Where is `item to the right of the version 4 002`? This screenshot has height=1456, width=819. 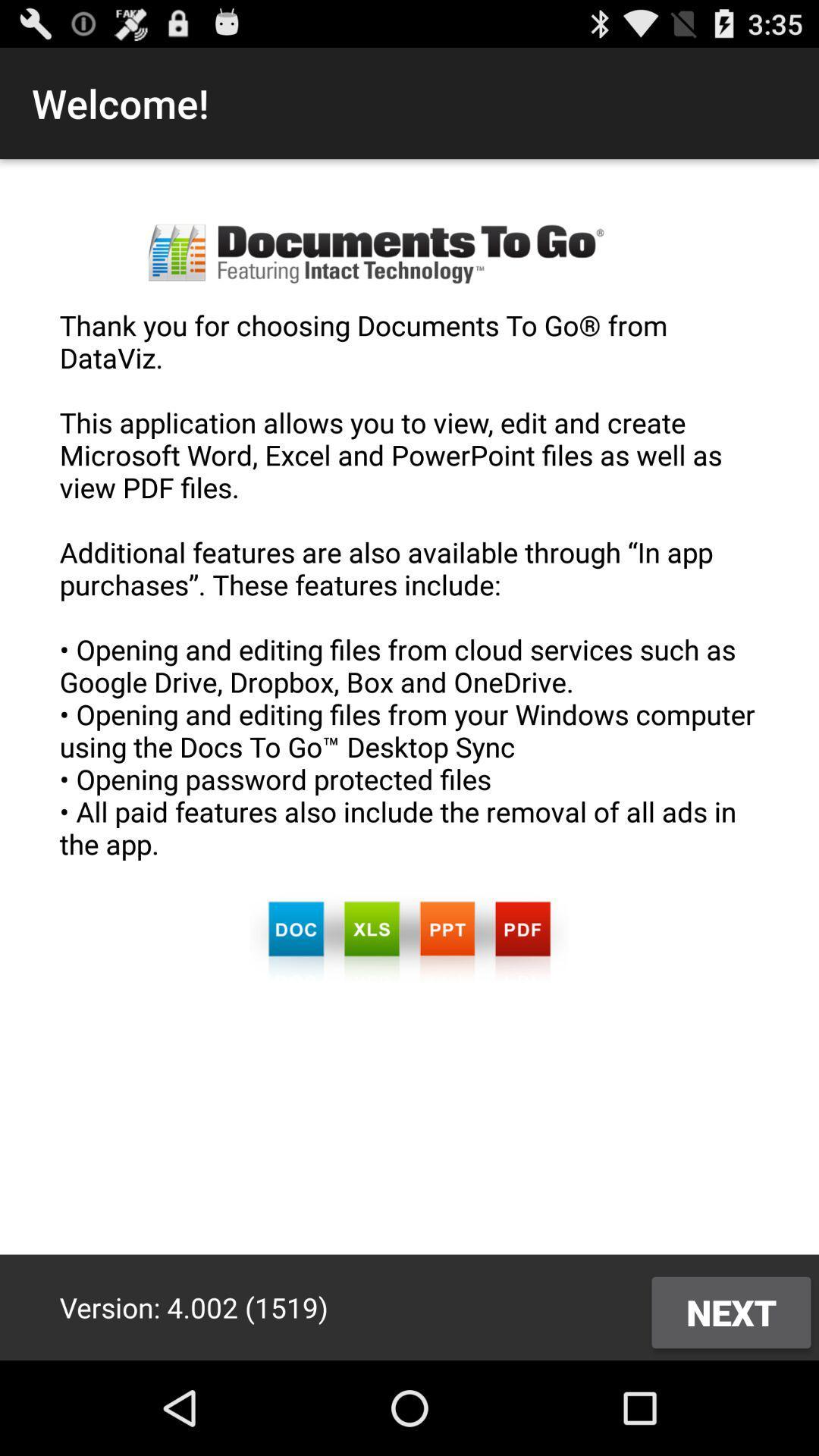 item to the right of the version 4 002 is located at coordinates (730, 1312).